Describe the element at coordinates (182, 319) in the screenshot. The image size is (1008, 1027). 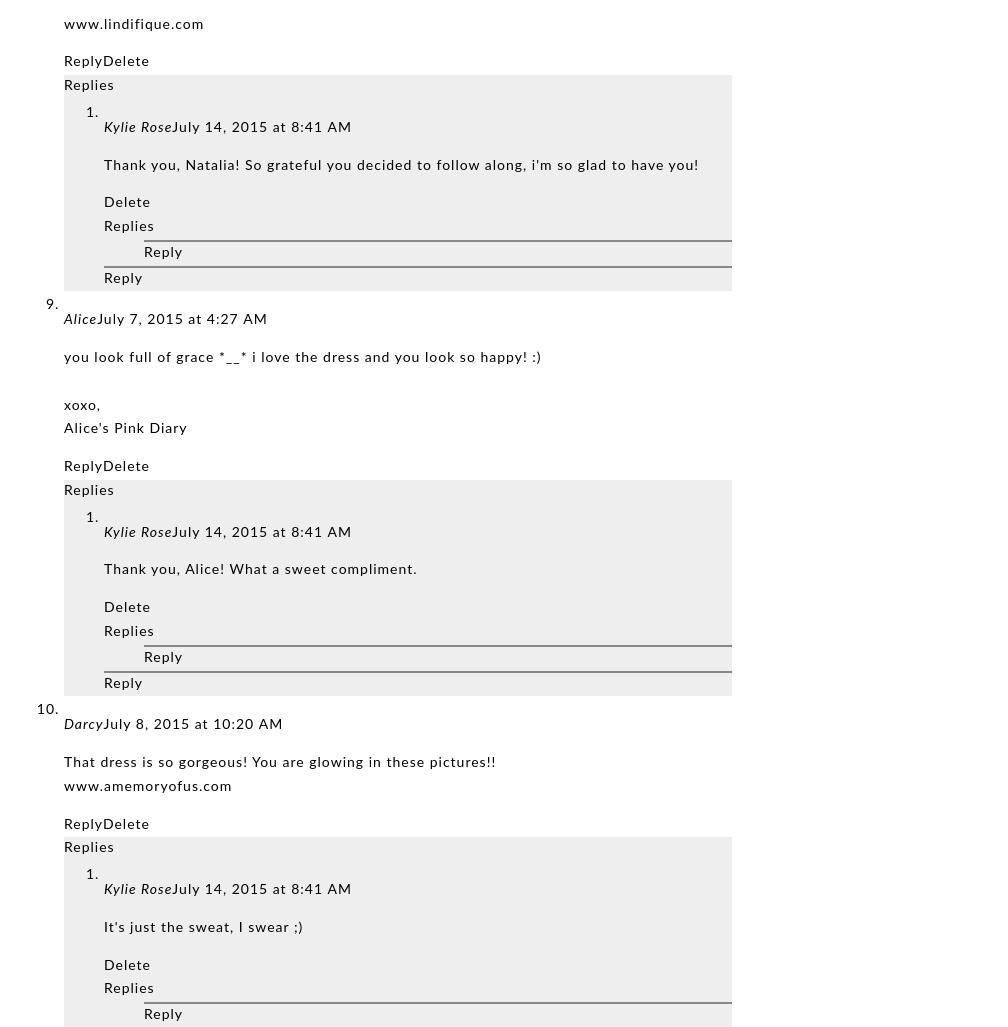
I see `'July 7, 2015 at 4:27 AM'` at that location.